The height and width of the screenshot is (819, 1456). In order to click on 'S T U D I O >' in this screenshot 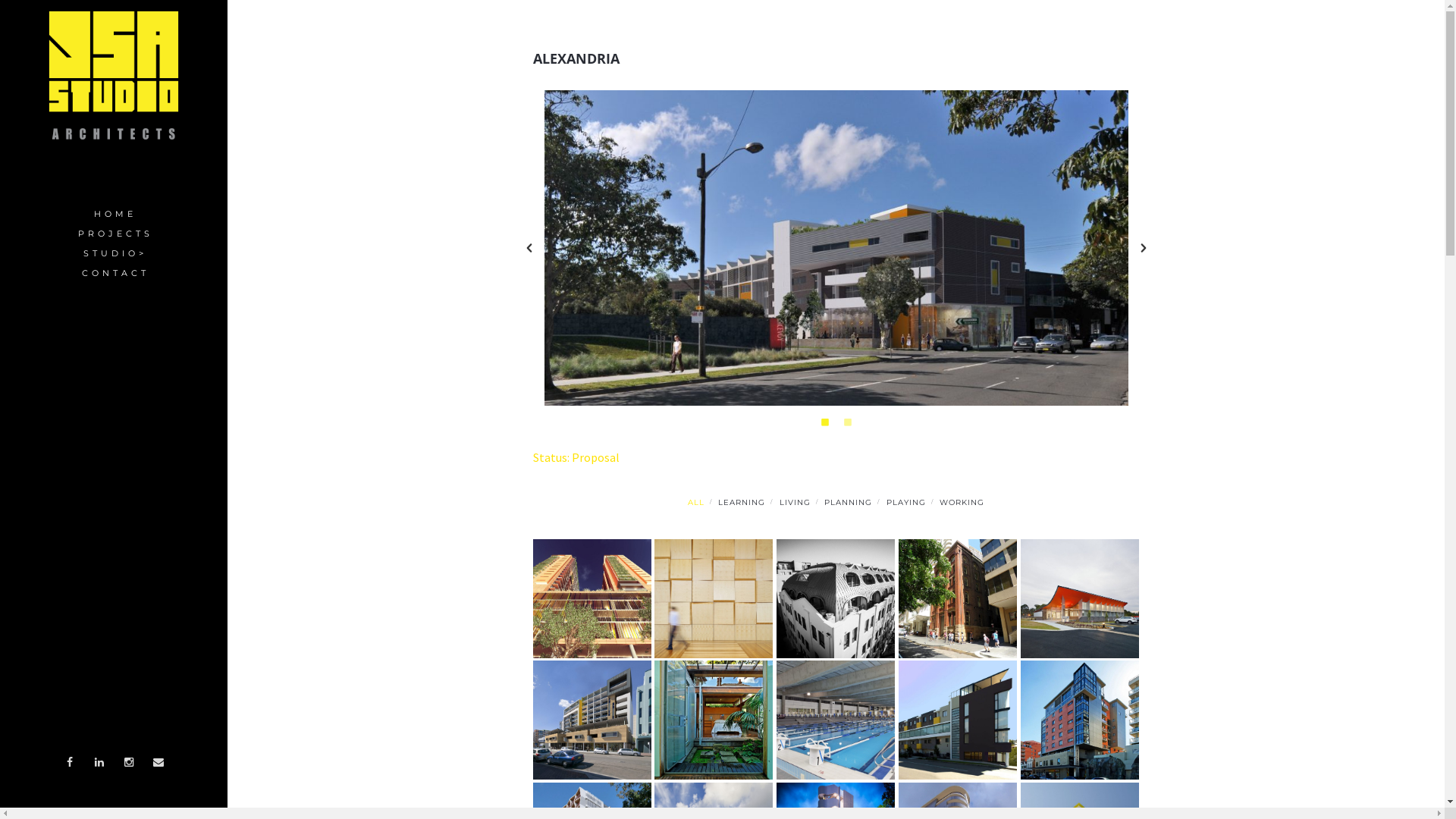, I will do `click(0, 253)`.